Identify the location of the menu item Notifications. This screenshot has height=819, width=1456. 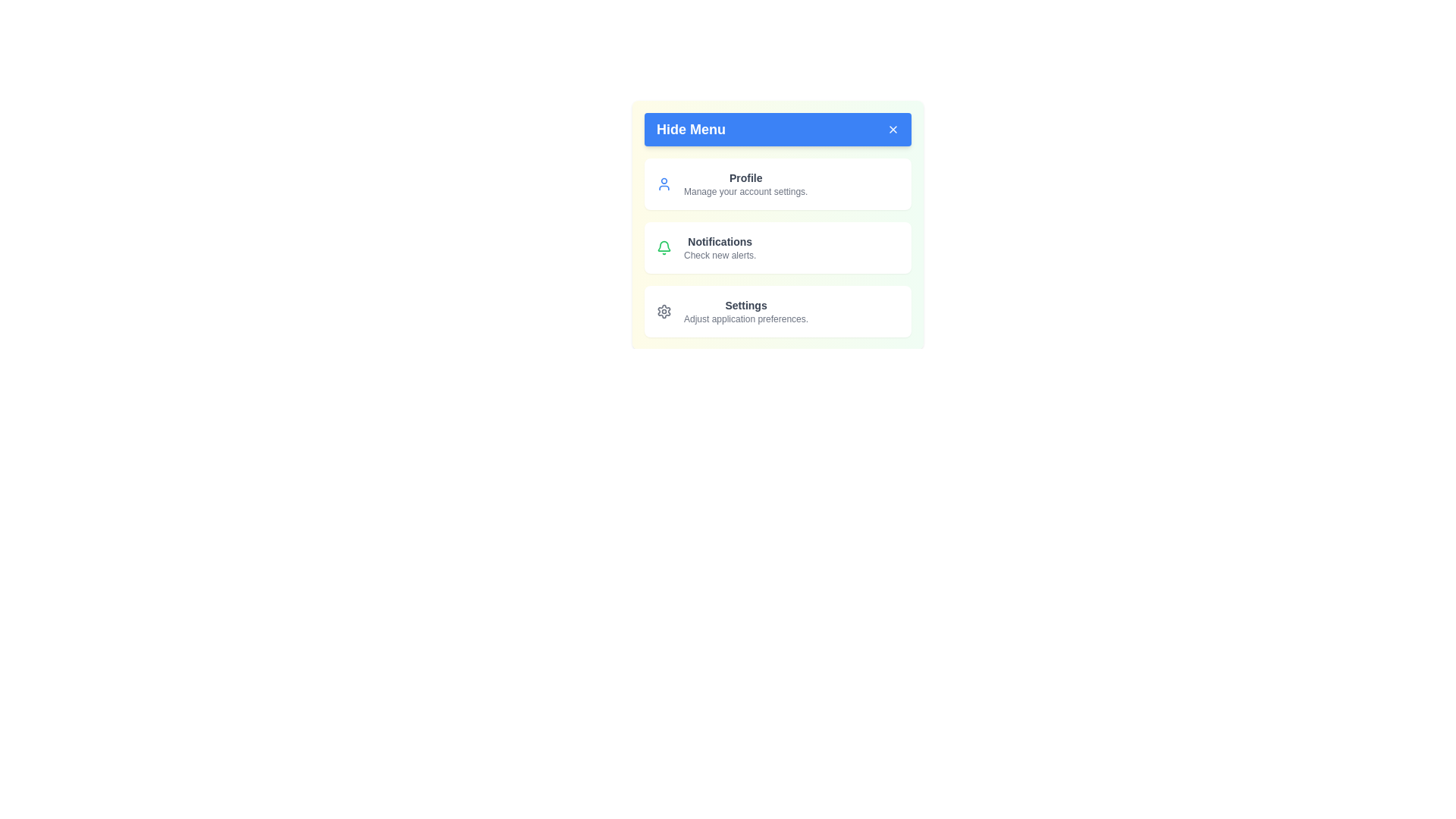
(778, 247).